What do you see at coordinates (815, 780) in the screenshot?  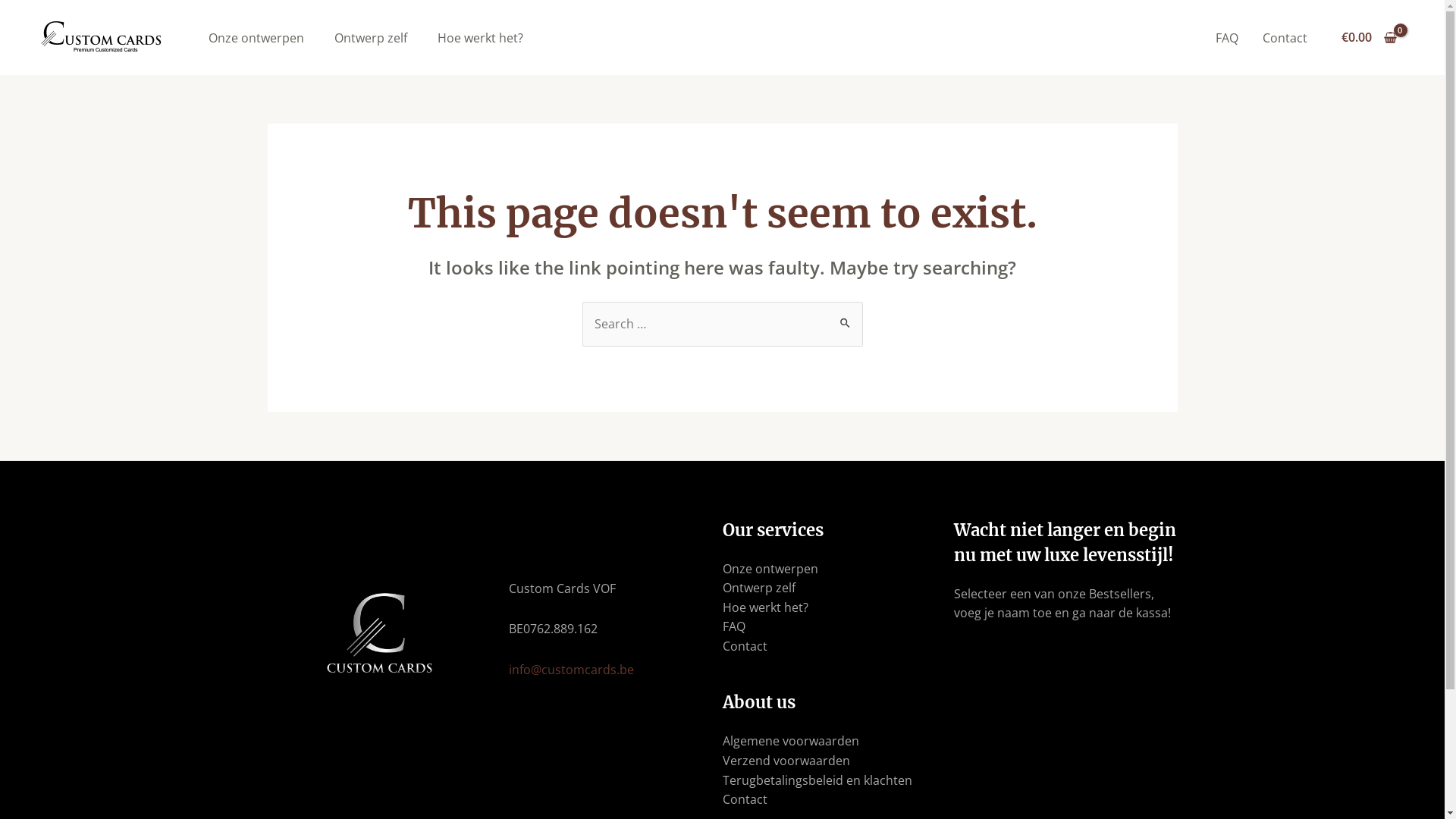 I see `'Terugbetalingsbeleid en klachten'` at bounding box center [815, 780].